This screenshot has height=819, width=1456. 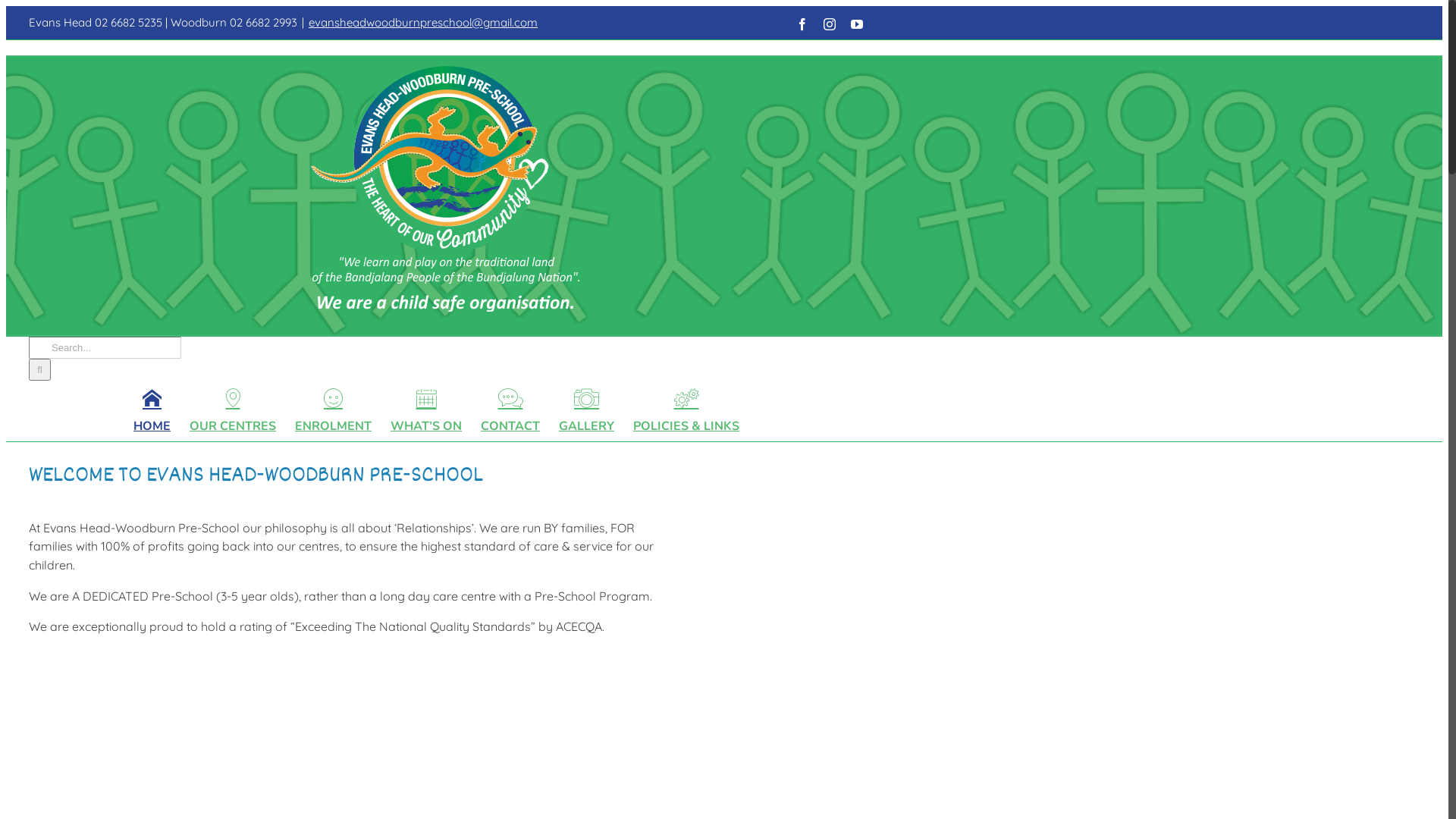 What do you see at coordinates (332, 411) in the screenshot?
I see `'ENROLMENT'` at bounding box center [332, 411].